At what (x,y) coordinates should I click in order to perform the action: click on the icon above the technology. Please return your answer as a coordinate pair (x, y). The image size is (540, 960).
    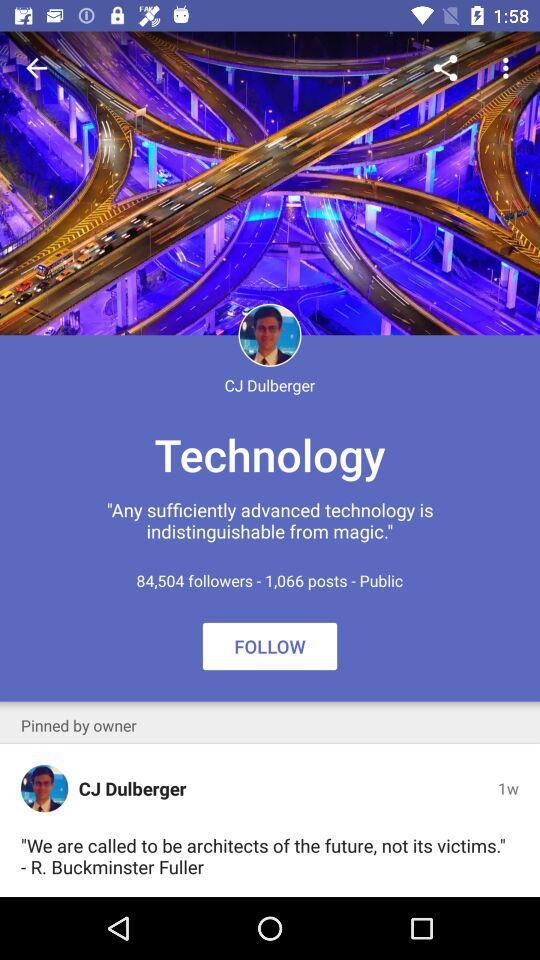
    Looking at the image, I should click on (36, 68).